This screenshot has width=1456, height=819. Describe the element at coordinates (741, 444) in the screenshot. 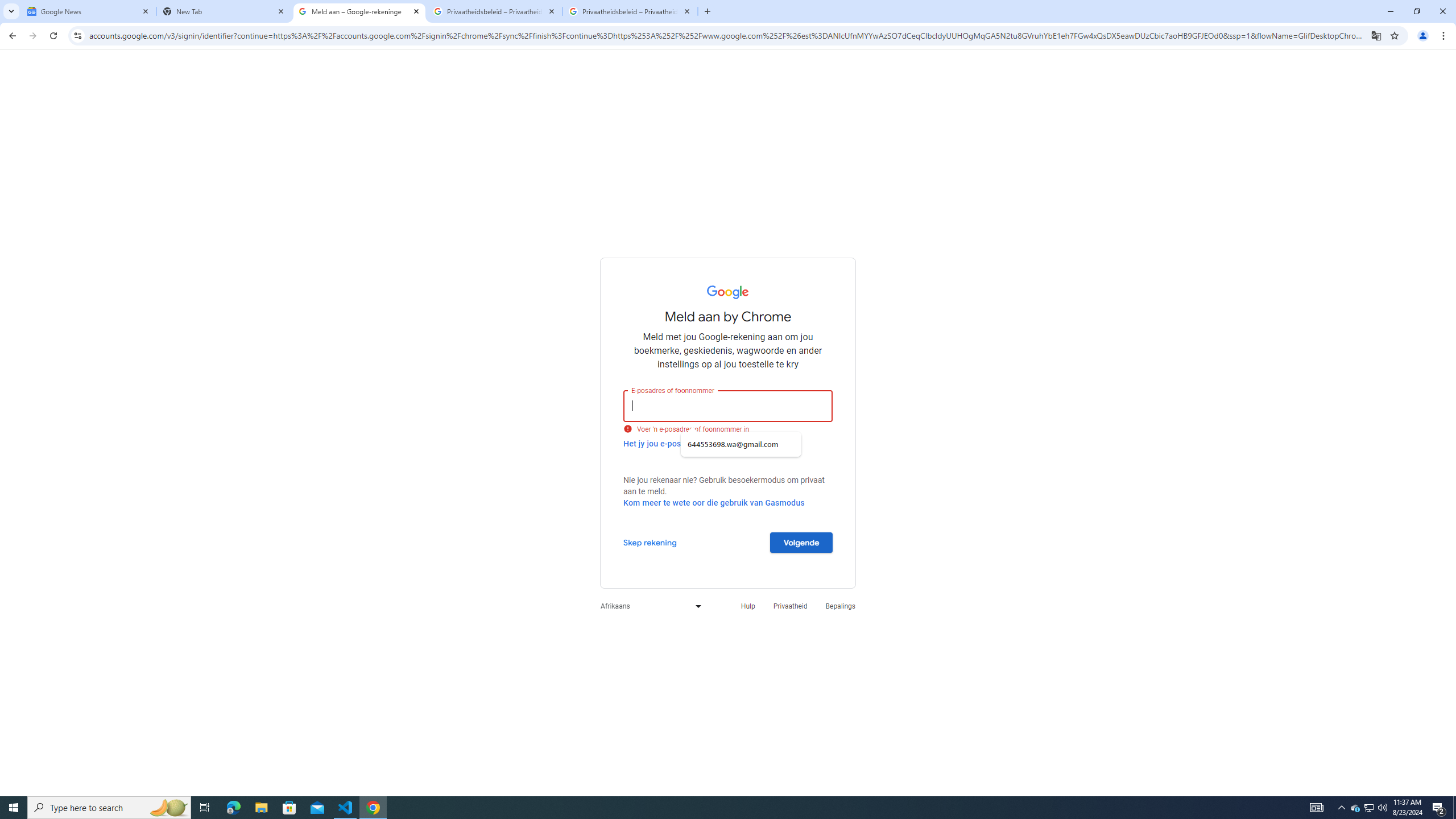

I see `'644553698.wa@gmail.com'` at that location.